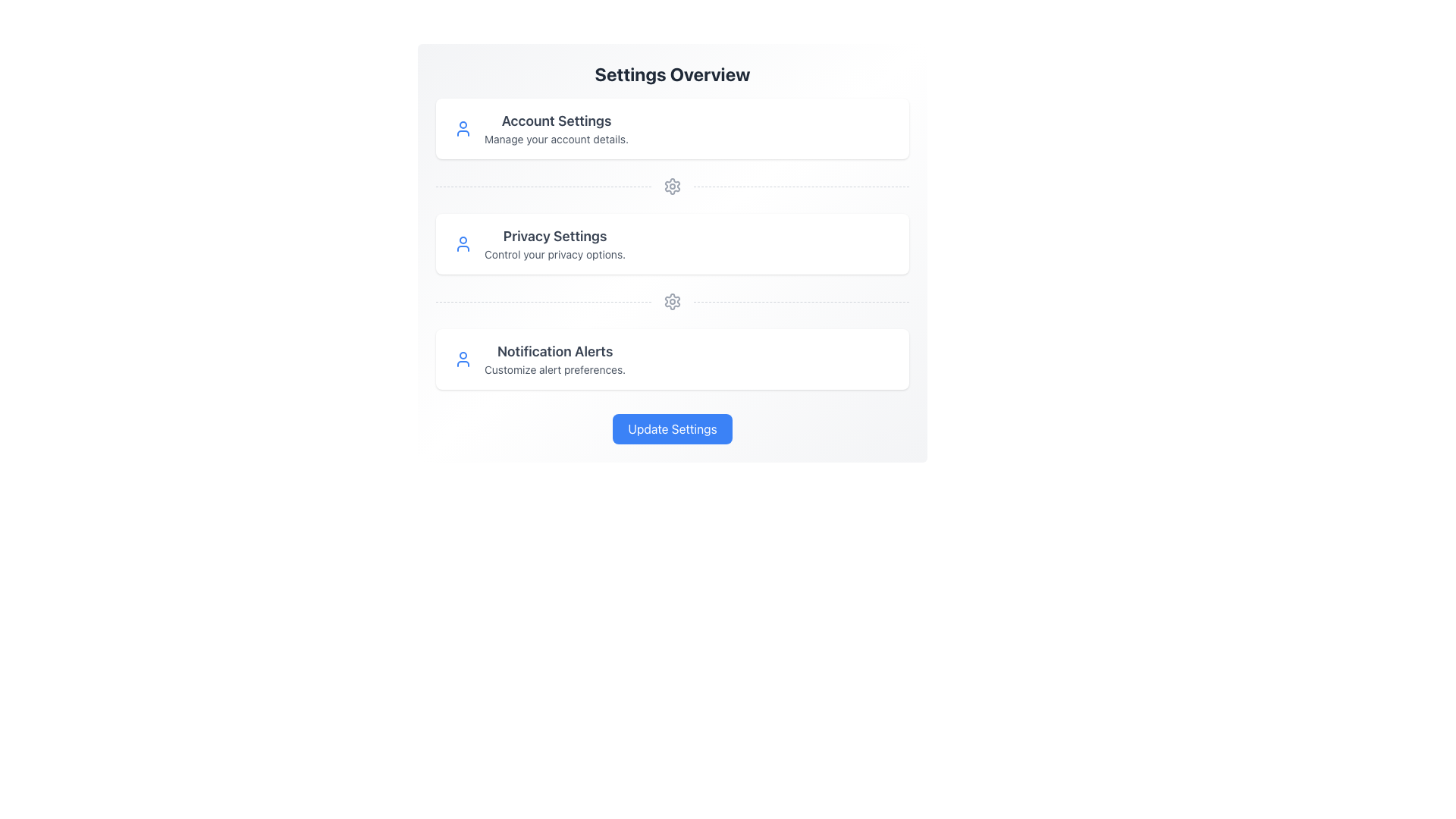 This screenshot has height=819, width=1456. What do you see at coordinates (556, 140) in the screenshot?
I see `the informational Text label located directly below the 'Account Settings' label on the 'Settings Overview' page` at bounding box center [556, 140].